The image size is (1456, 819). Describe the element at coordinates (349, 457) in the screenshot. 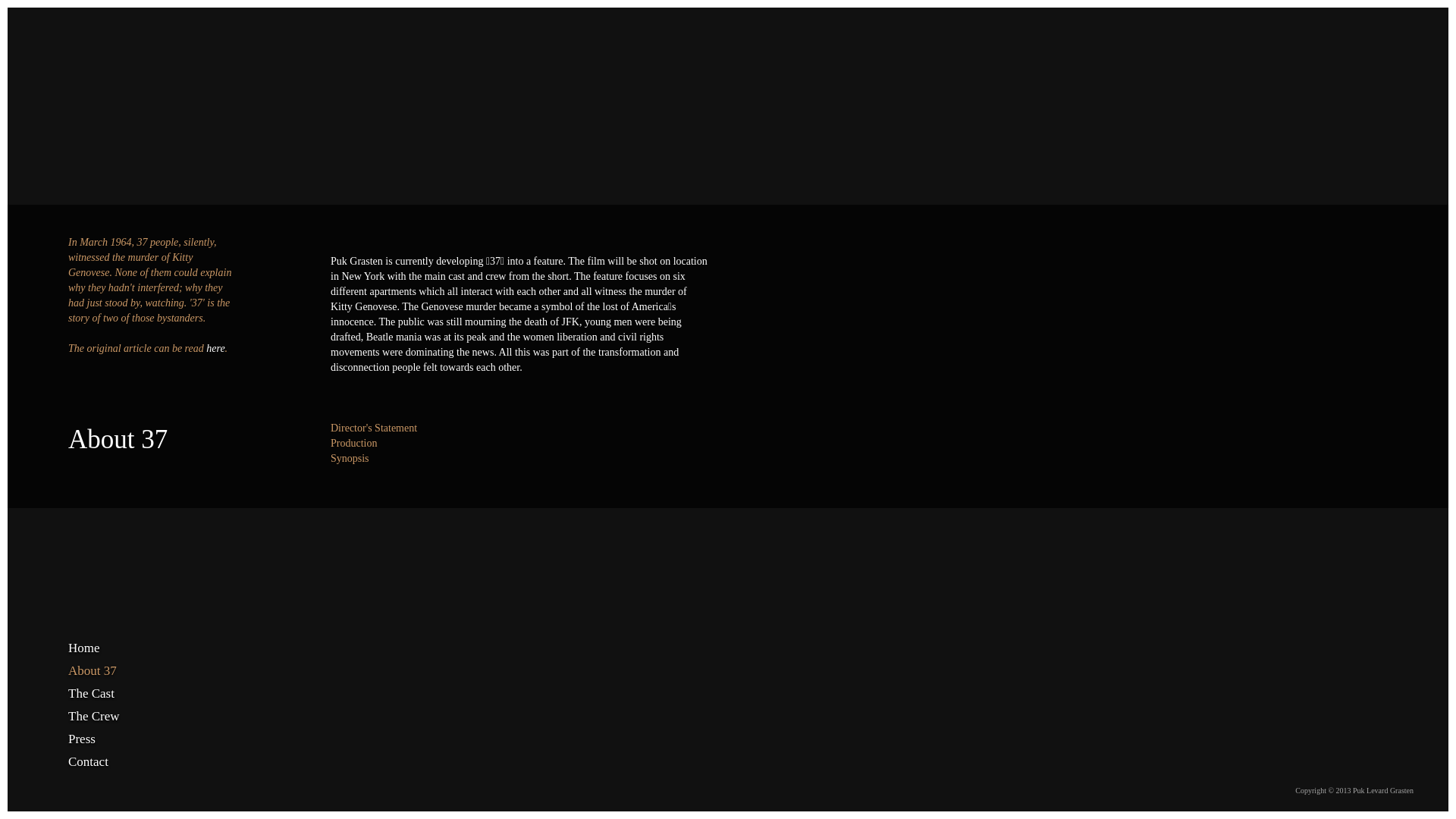

I see `'Synopsis'` at that location.